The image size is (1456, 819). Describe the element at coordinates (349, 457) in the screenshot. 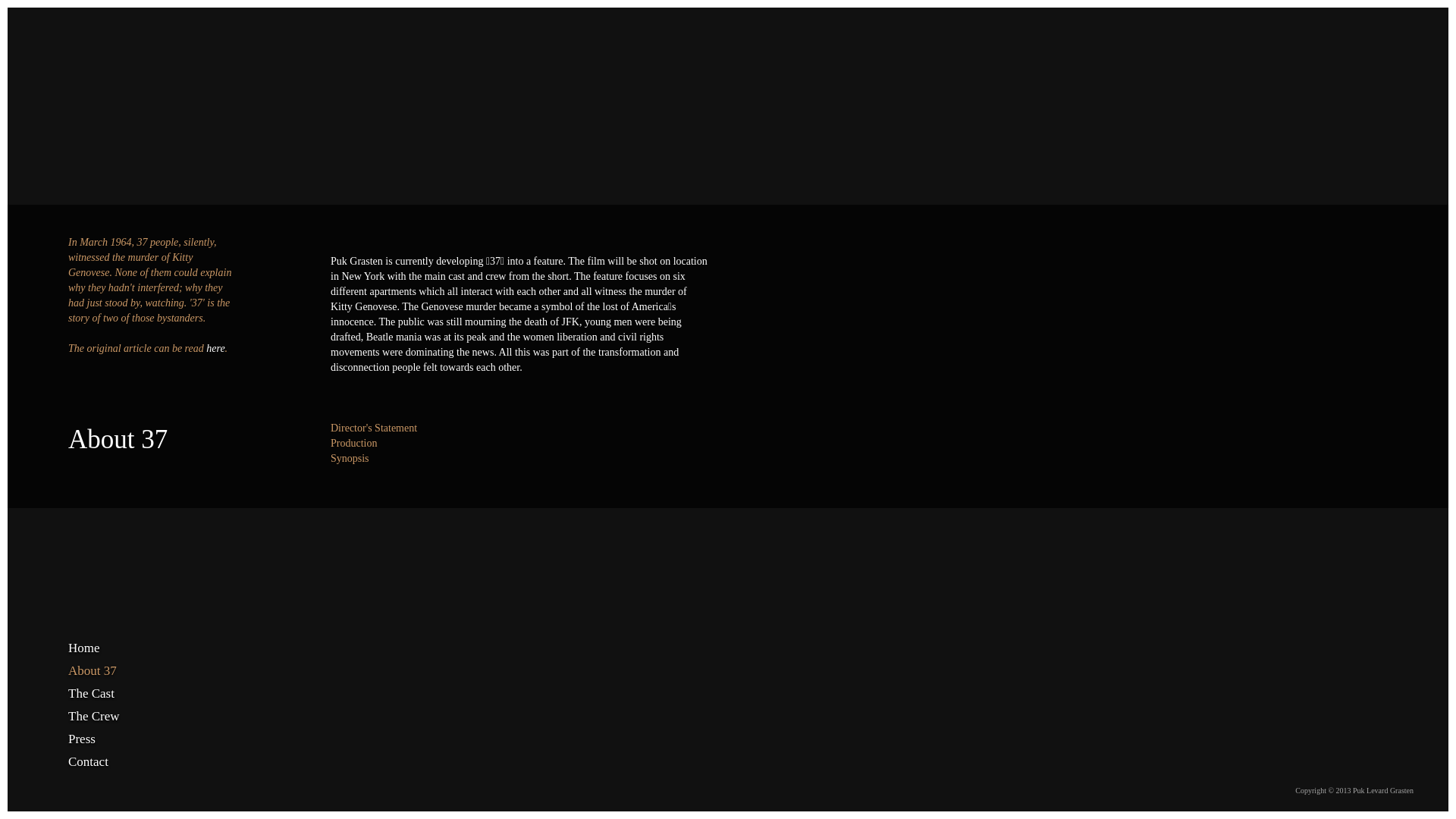

I see `'Synopsis'` at that location.